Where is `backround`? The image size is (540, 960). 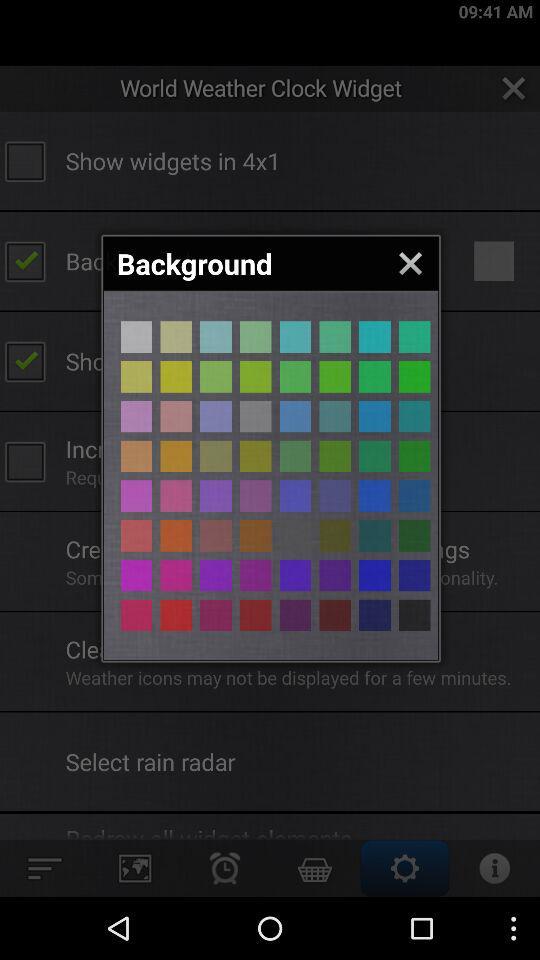 backround is located at coordinates (374, 415).